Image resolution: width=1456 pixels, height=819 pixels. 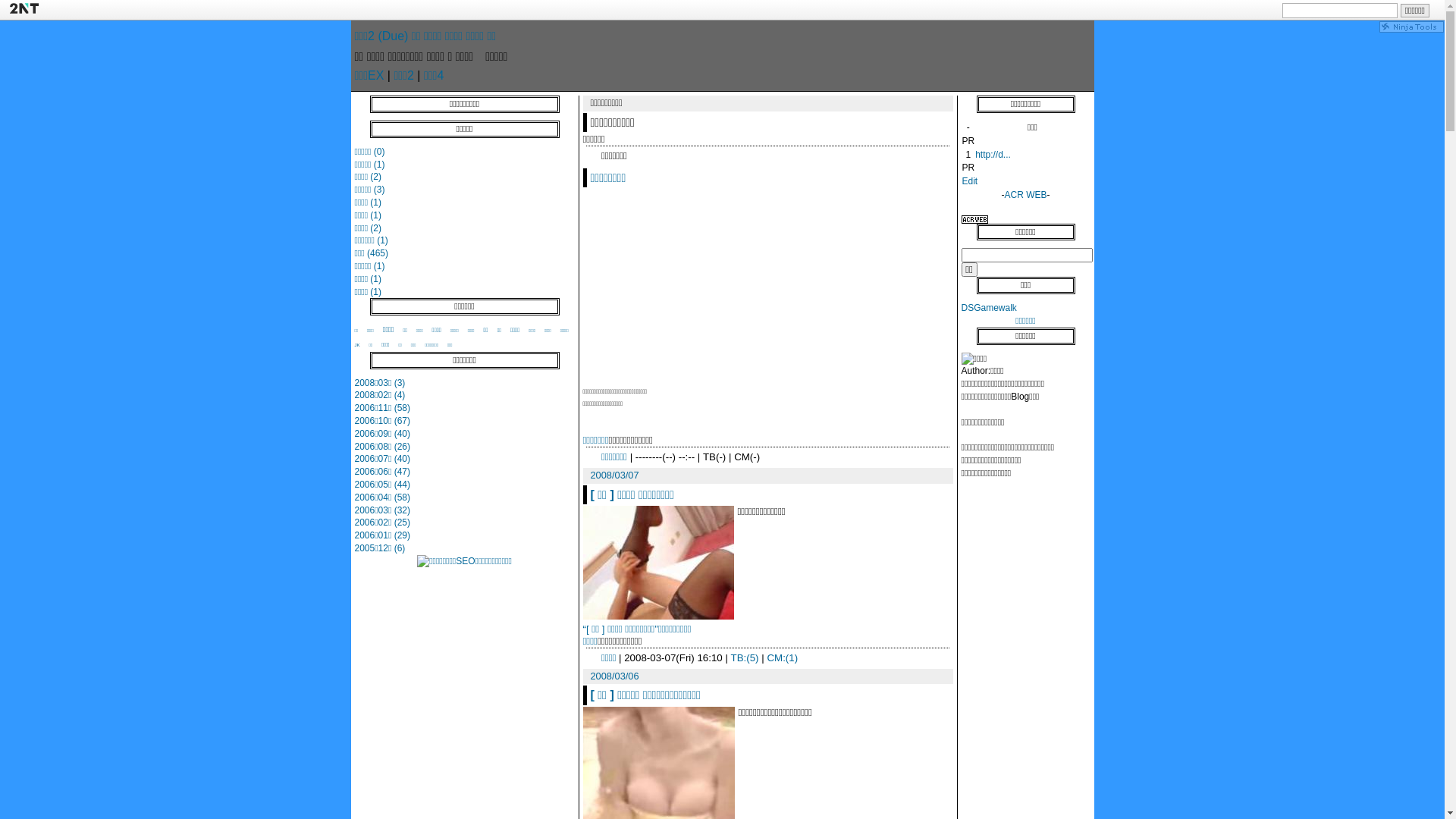 I want to click on 'http://d...', so click(x=993, y=155).